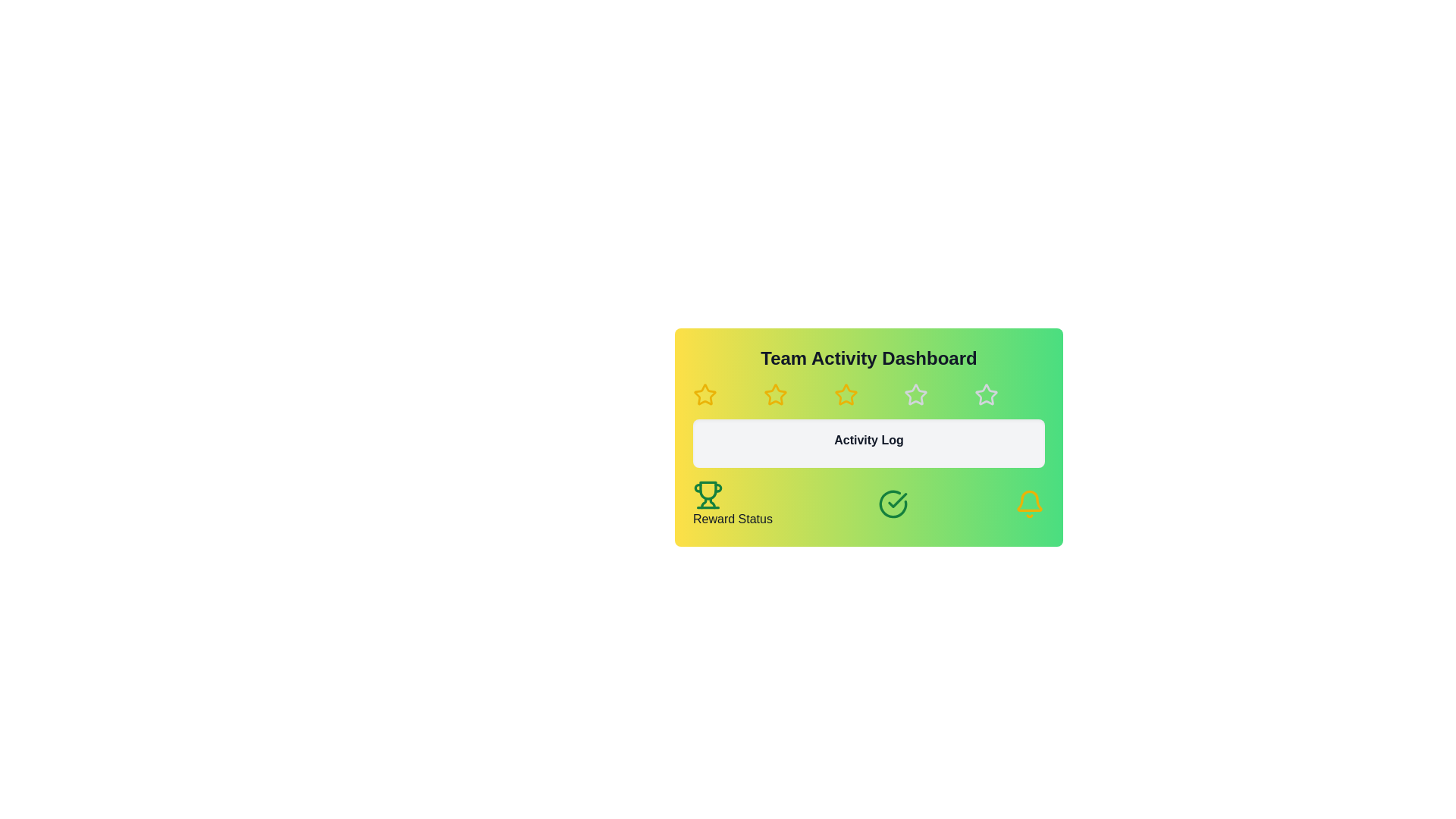  I want to click on the confirmation or success icon located within a circular badge in the lower middle region of the card UI component, so click(898, 500).